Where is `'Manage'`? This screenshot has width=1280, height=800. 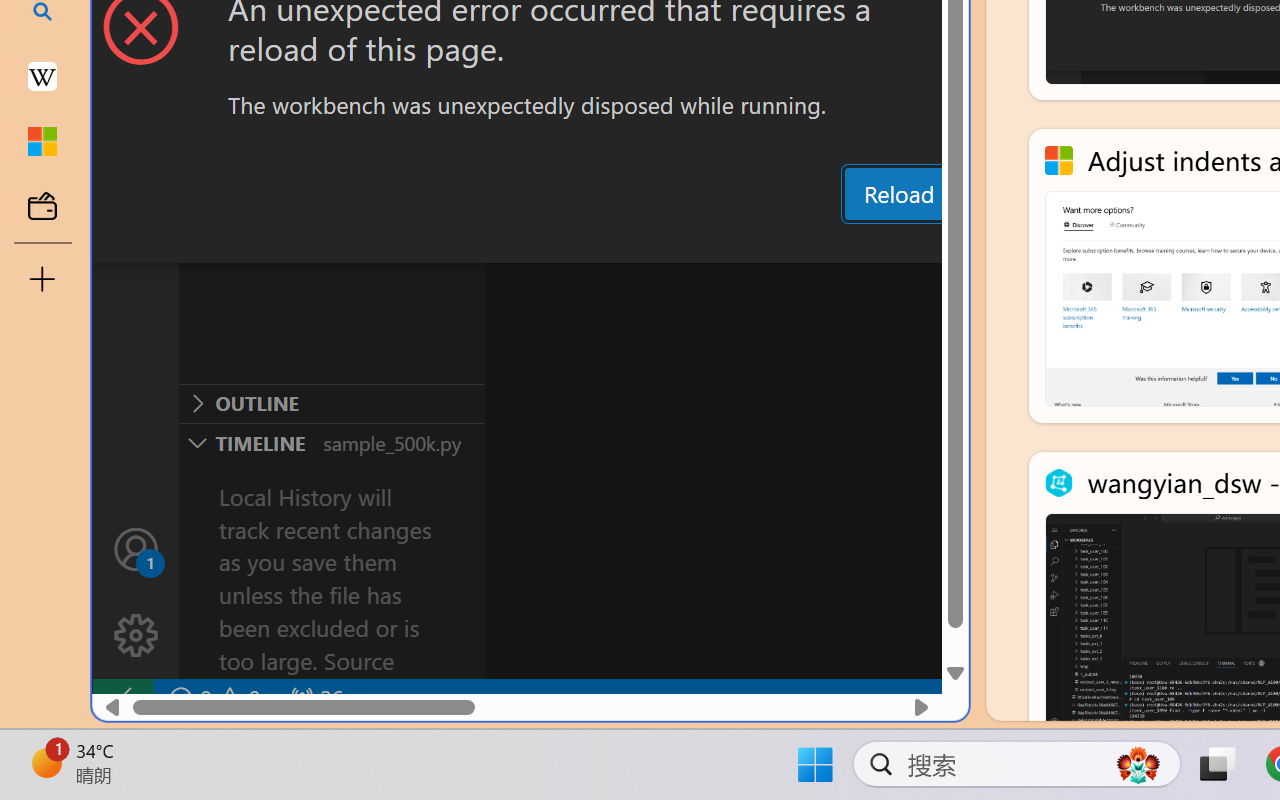 'Manage' is located at coordinates (134, 591).